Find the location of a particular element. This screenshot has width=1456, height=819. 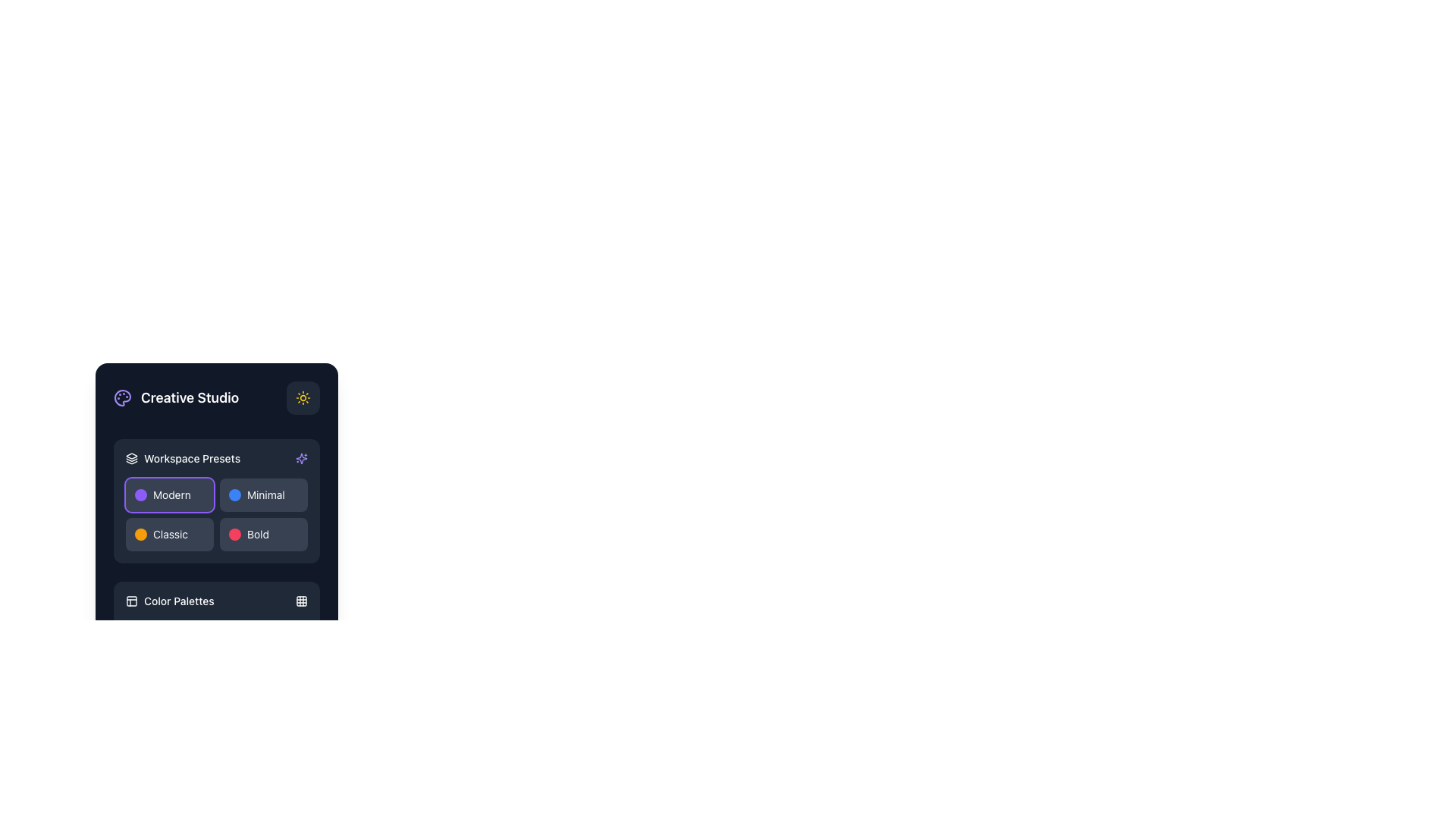

the selectable options section below the 'Creative Studio' header is located at coordinates (216, 500).